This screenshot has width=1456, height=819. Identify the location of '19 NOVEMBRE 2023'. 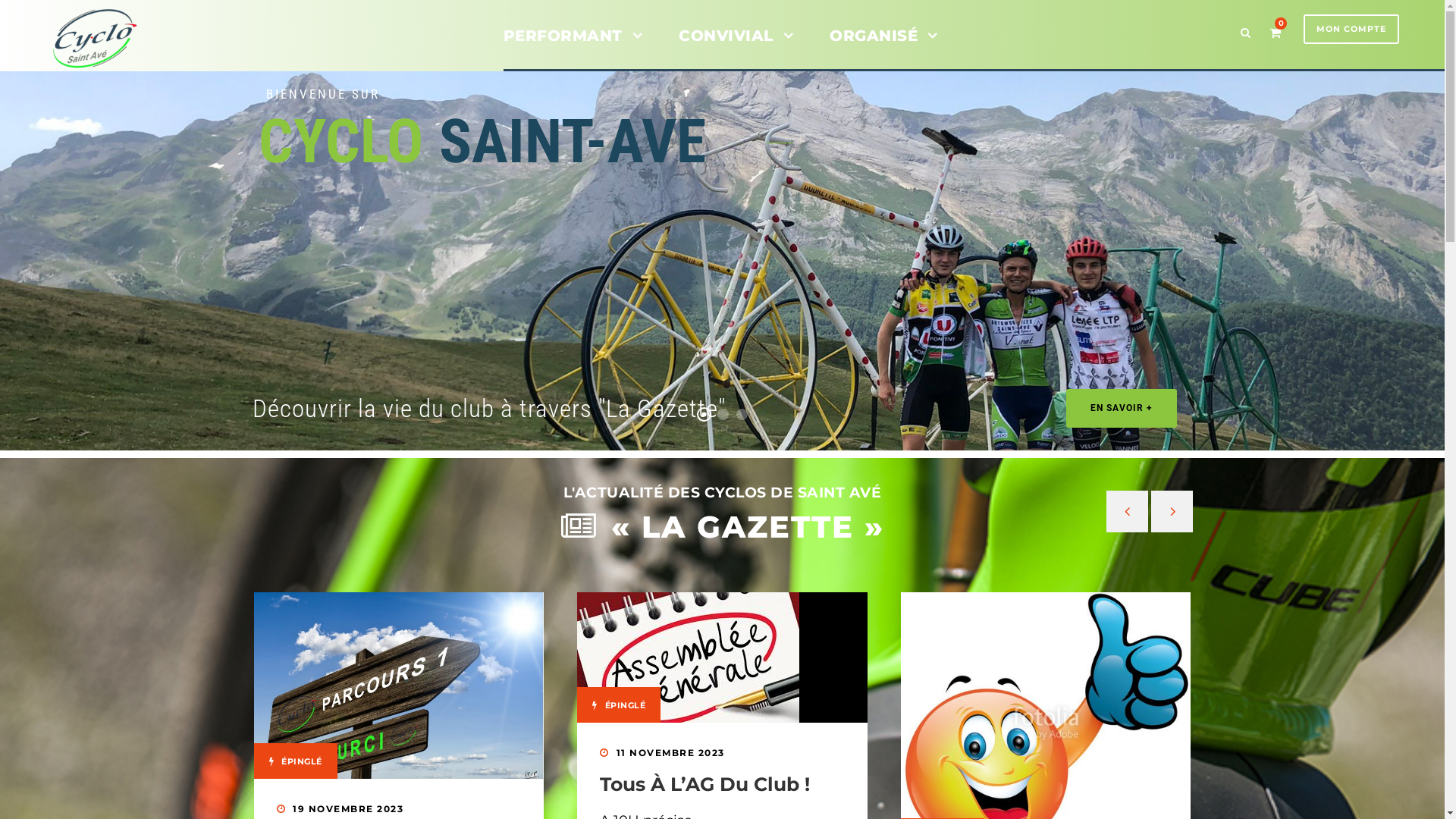
(347, 808).